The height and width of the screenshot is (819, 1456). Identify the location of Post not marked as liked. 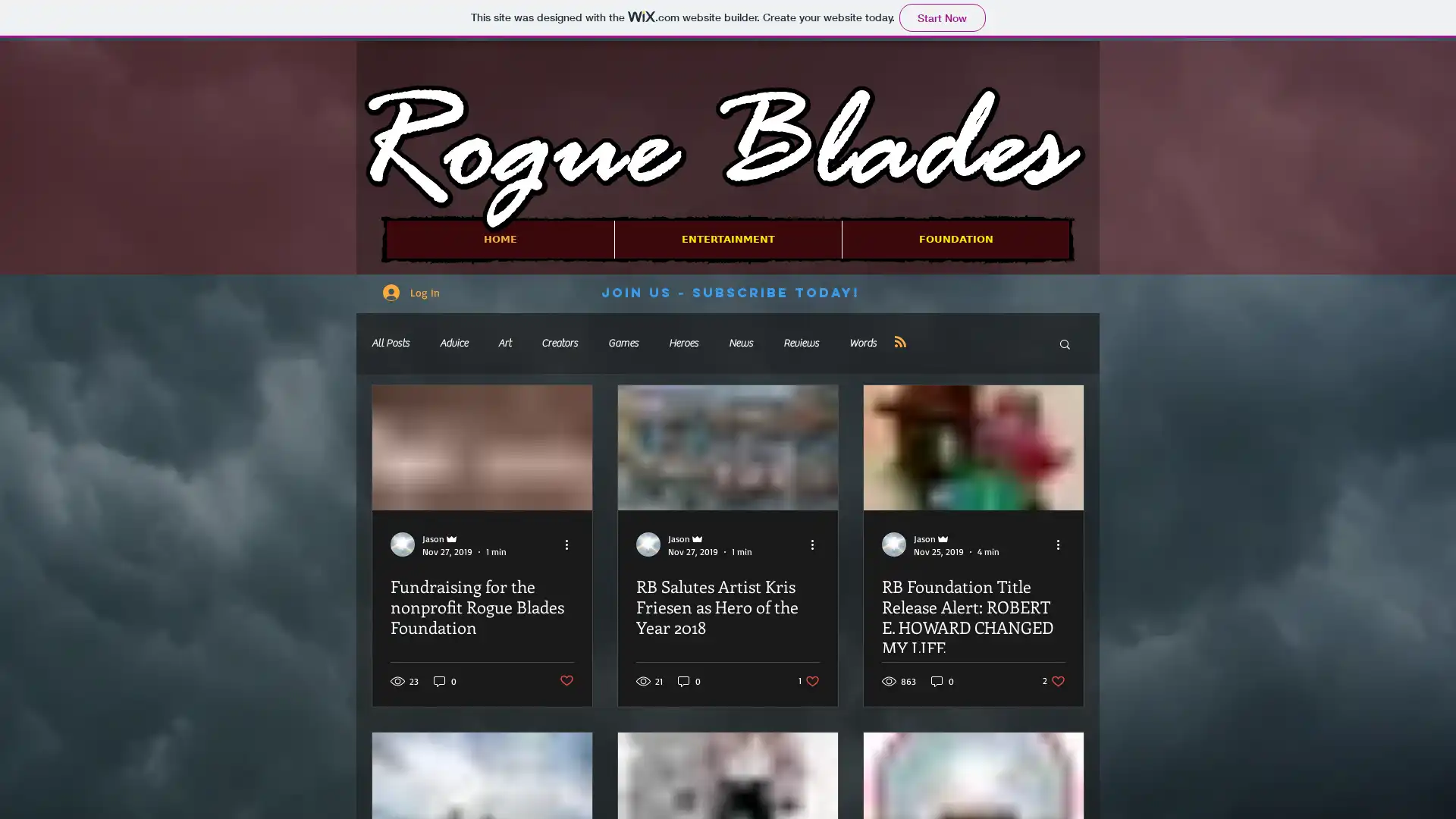
(566, 679).